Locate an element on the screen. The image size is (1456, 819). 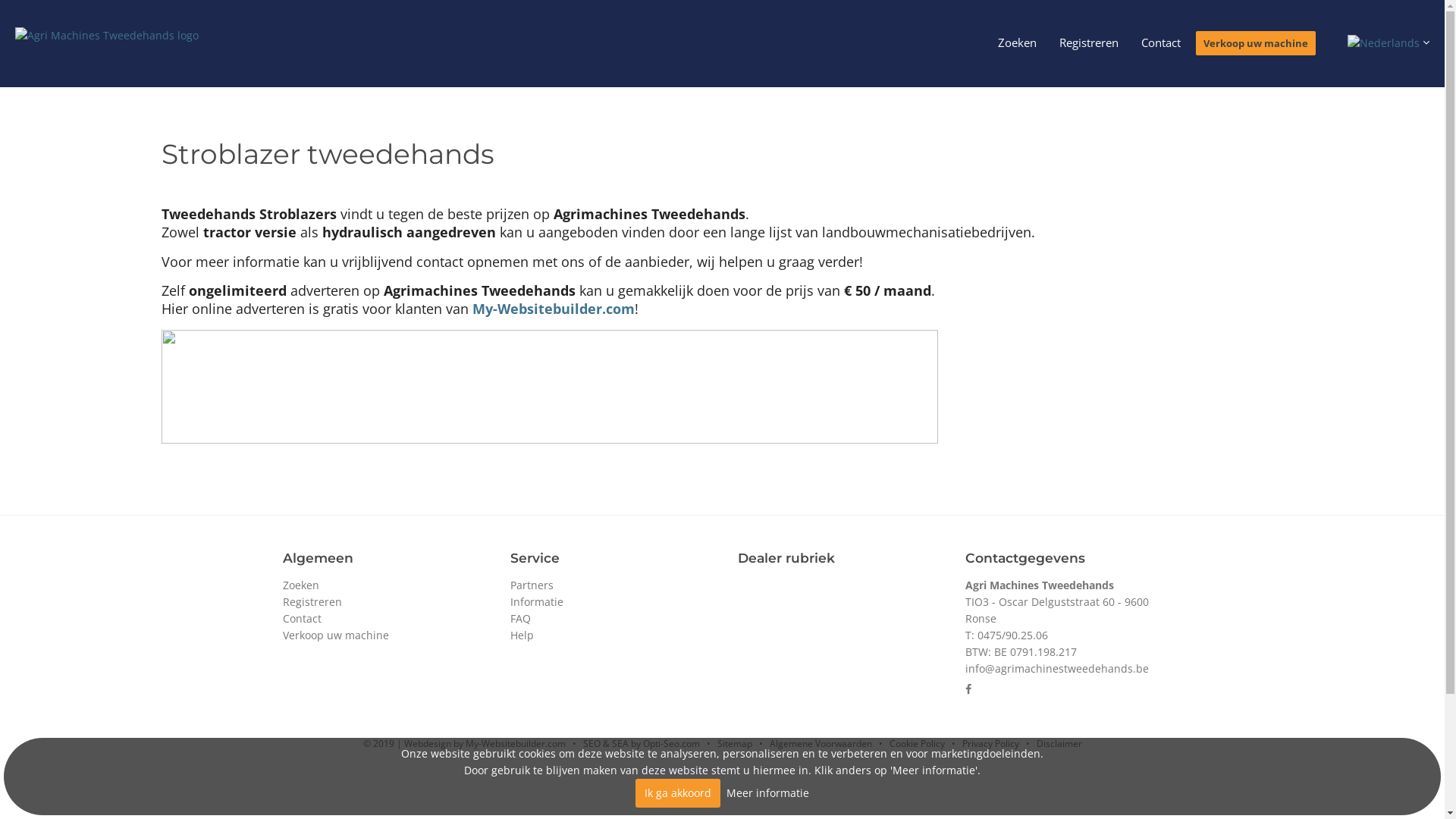
'My-Websitebuilder.com' is located at coordinates (465, 742).